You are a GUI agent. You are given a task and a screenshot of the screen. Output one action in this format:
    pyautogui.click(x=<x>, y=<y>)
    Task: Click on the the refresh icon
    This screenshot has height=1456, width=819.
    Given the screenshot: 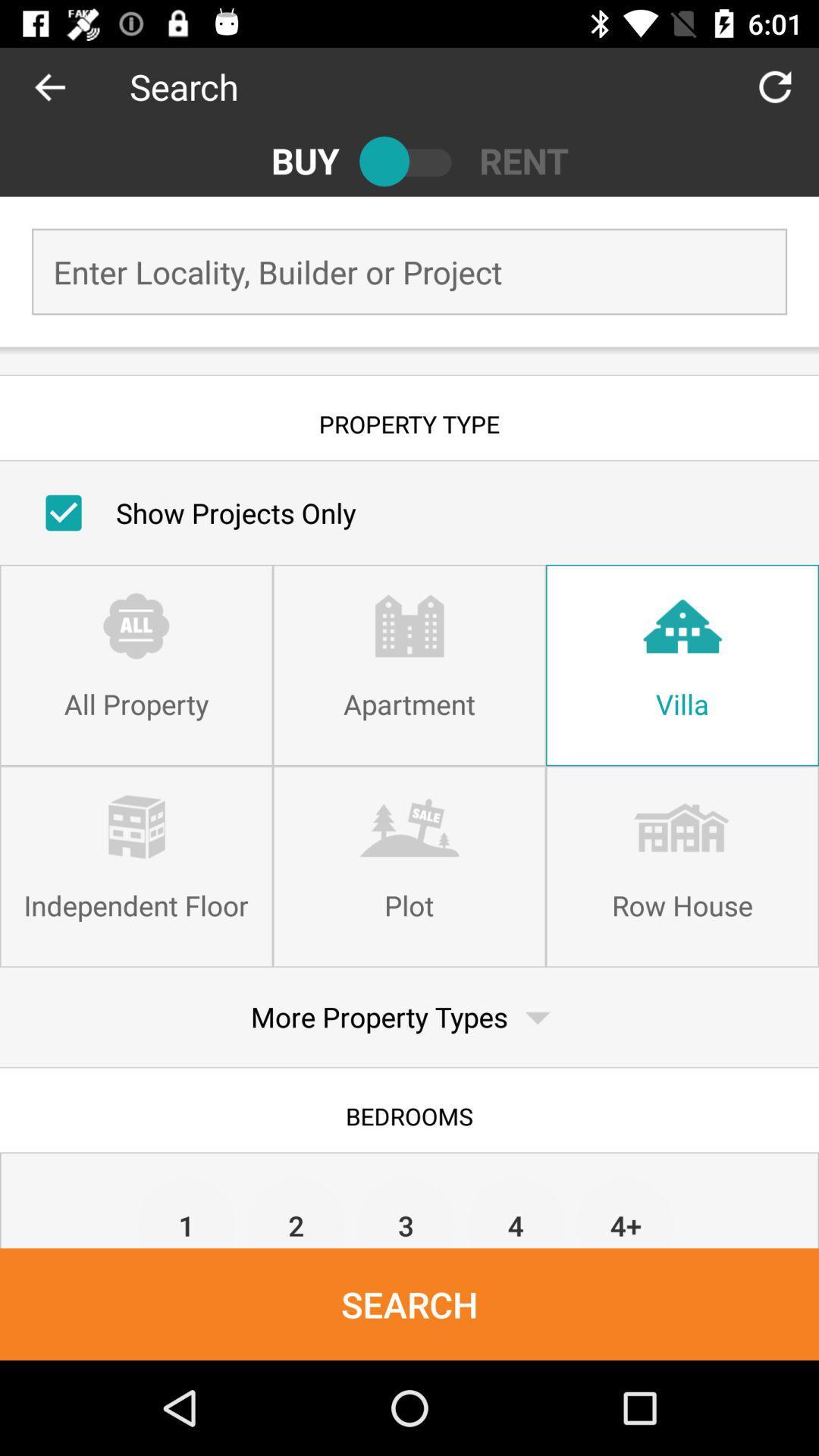 What is the action you would take?
    pyautogui.click(x=775, y=86)
    